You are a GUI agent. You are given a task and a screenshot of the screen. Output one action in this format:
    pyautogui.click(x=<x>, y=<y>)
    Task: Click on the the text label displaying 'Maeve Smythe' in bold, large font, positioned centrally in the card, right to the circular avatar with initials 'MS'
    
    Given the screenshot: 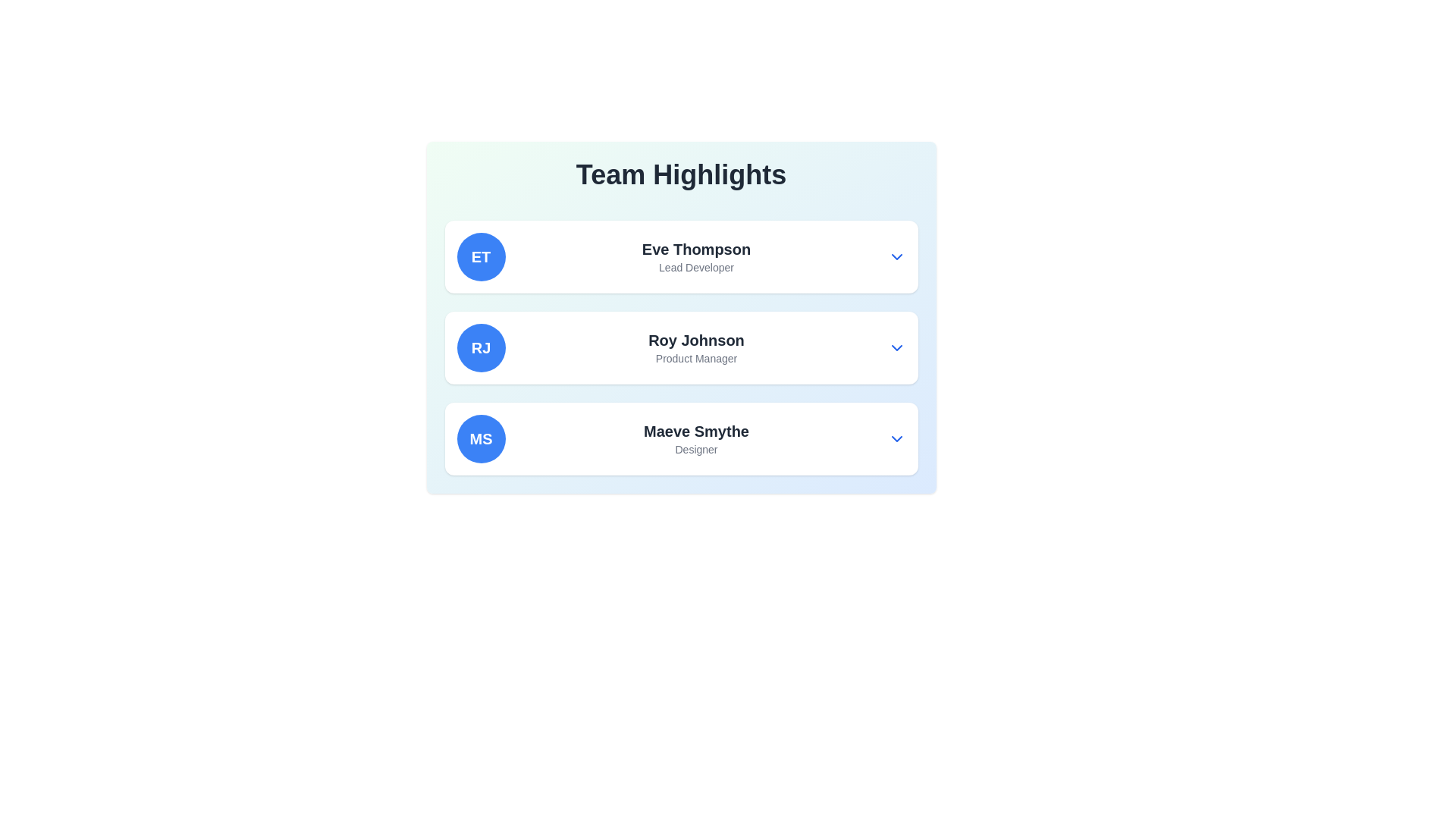 What is the action you would take?
    pyautogui.click(x=695, y=431)
    